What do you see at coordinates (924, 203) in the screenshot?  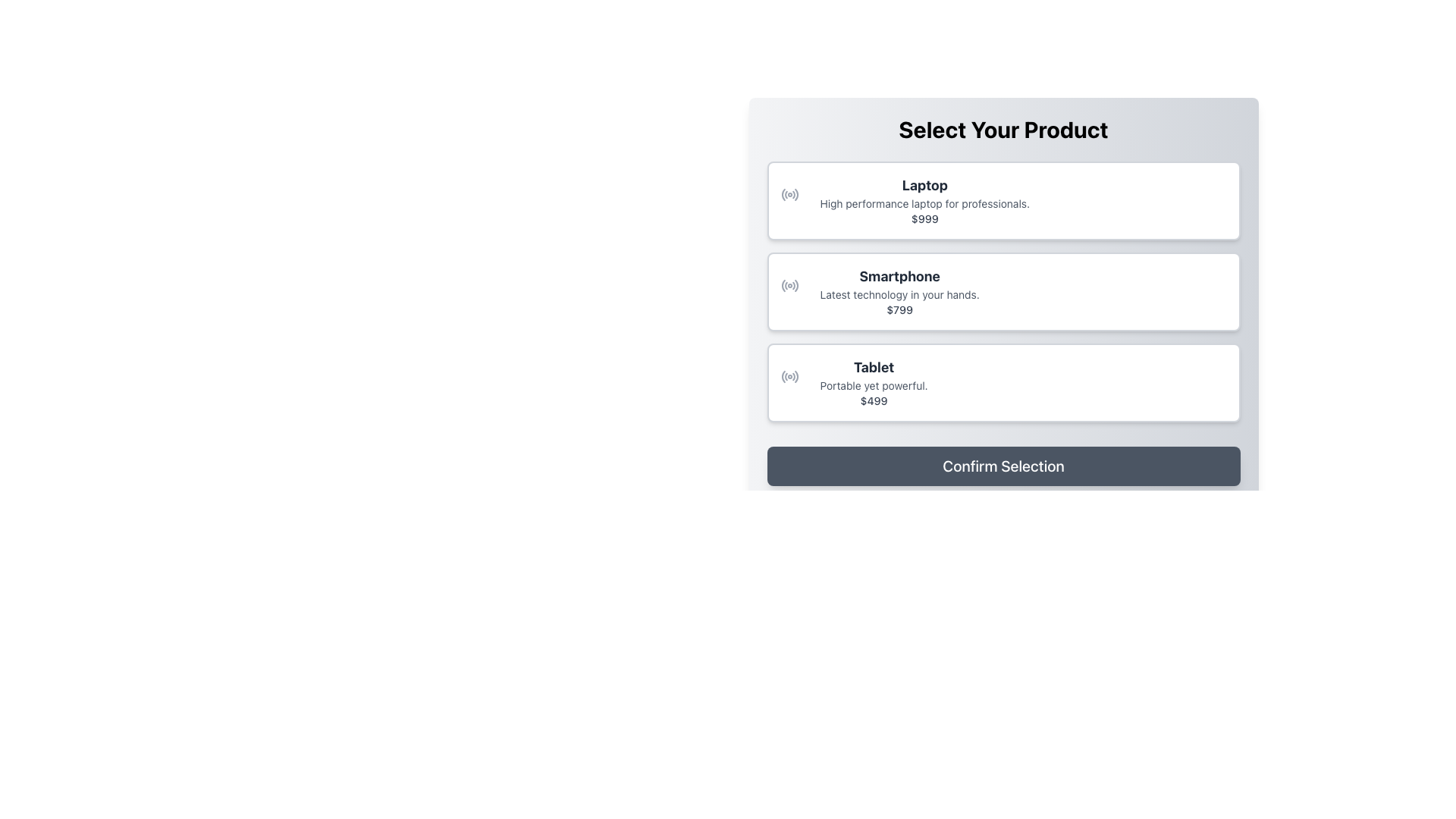 I see `text description 'High performance laptop for professionals.' located below the title 'Laptop' and above the price '$999'` at bounding box center [924, 203].